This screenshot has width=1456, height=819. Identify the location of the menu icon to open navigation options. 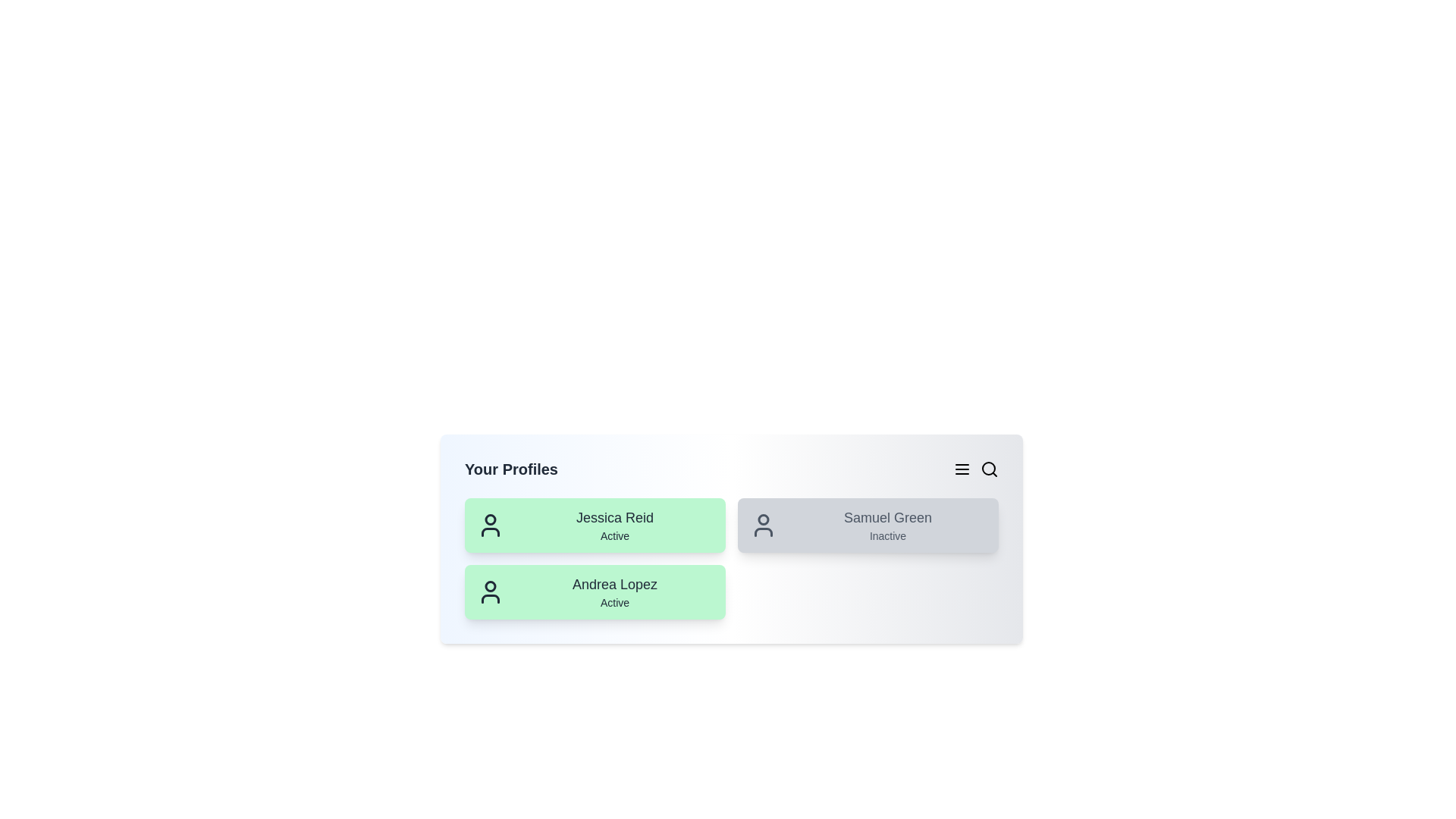
(961, 468).